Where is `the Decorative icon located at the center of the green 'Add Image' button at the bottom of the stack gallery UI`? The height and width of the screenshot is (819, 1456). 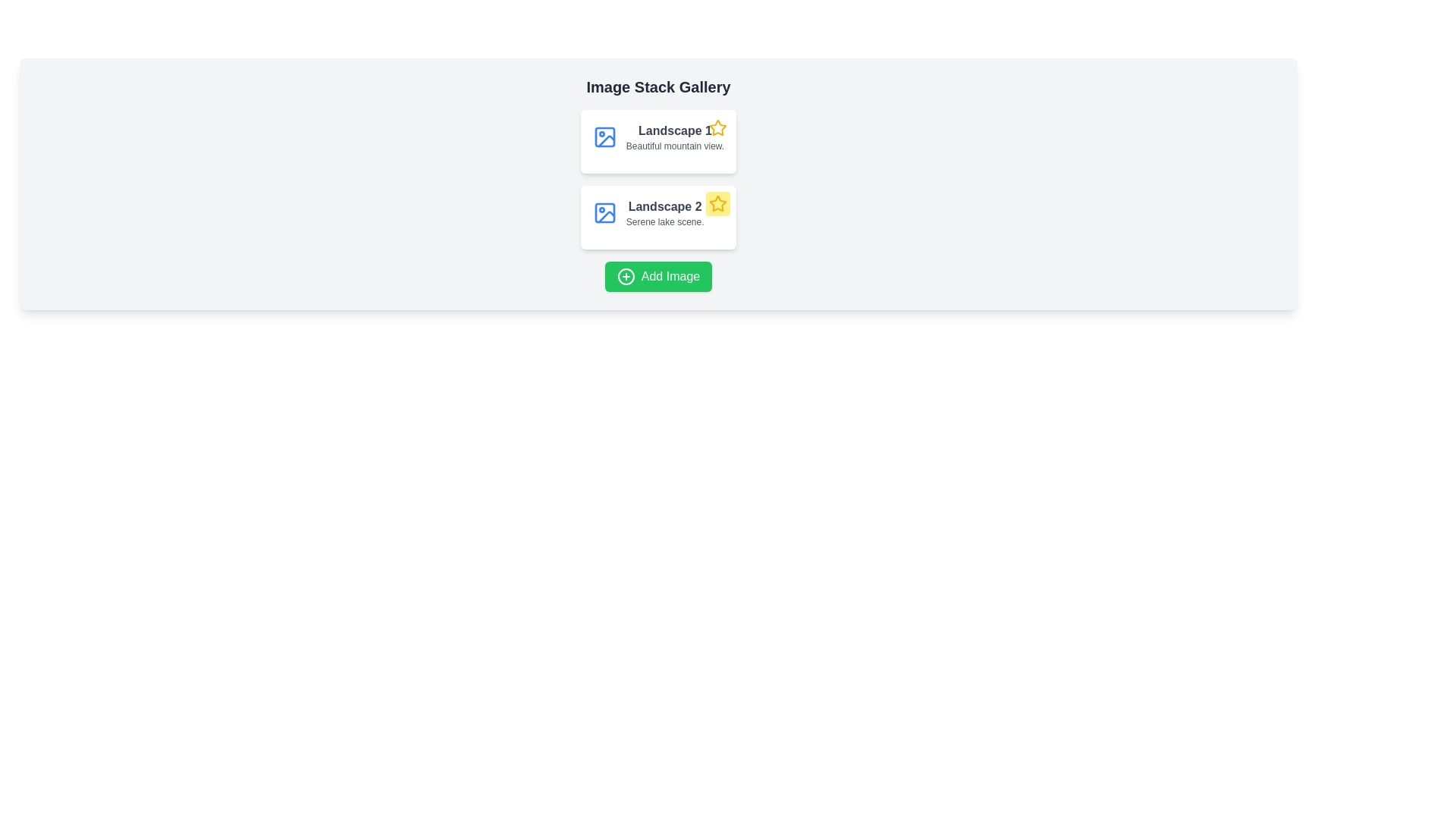 the Decorative icon located at the center of the green 'Add Image' button at the bottom of the stack gallery UI is located at coordinates (626, 277).